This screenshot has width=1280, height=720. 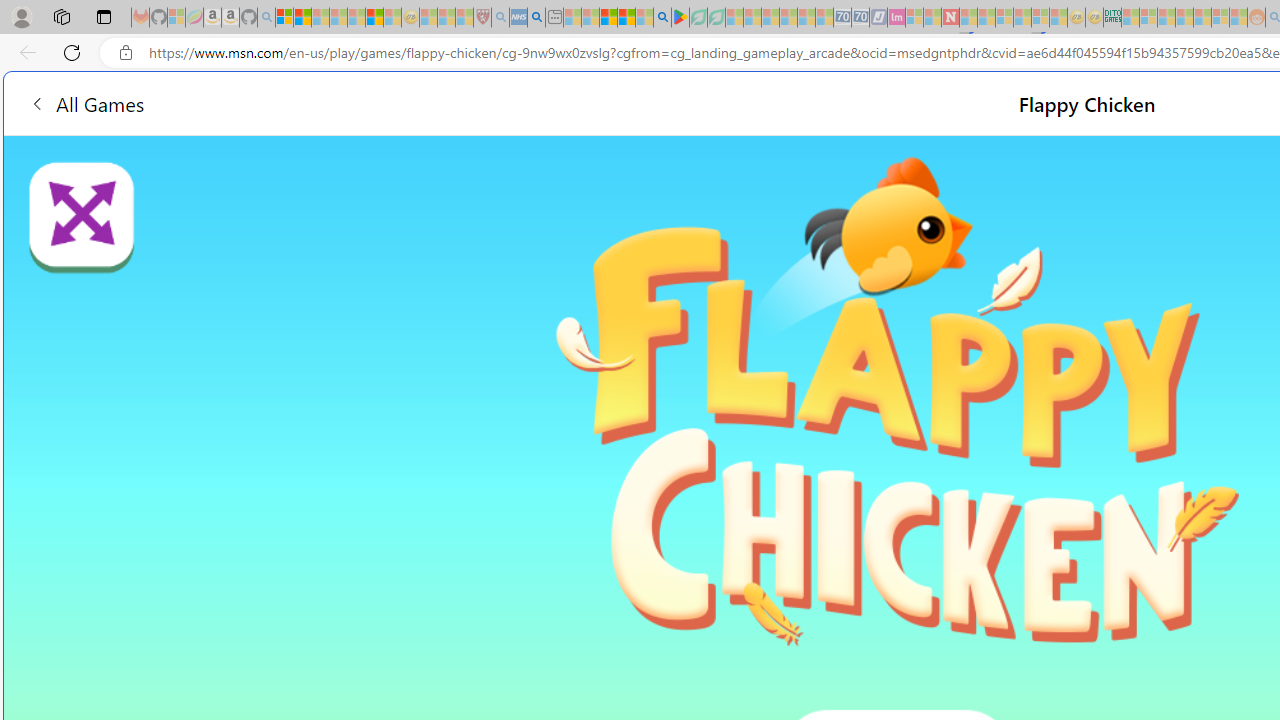 I want to click on 'Pets - MSN', so click(x=625, y=17).